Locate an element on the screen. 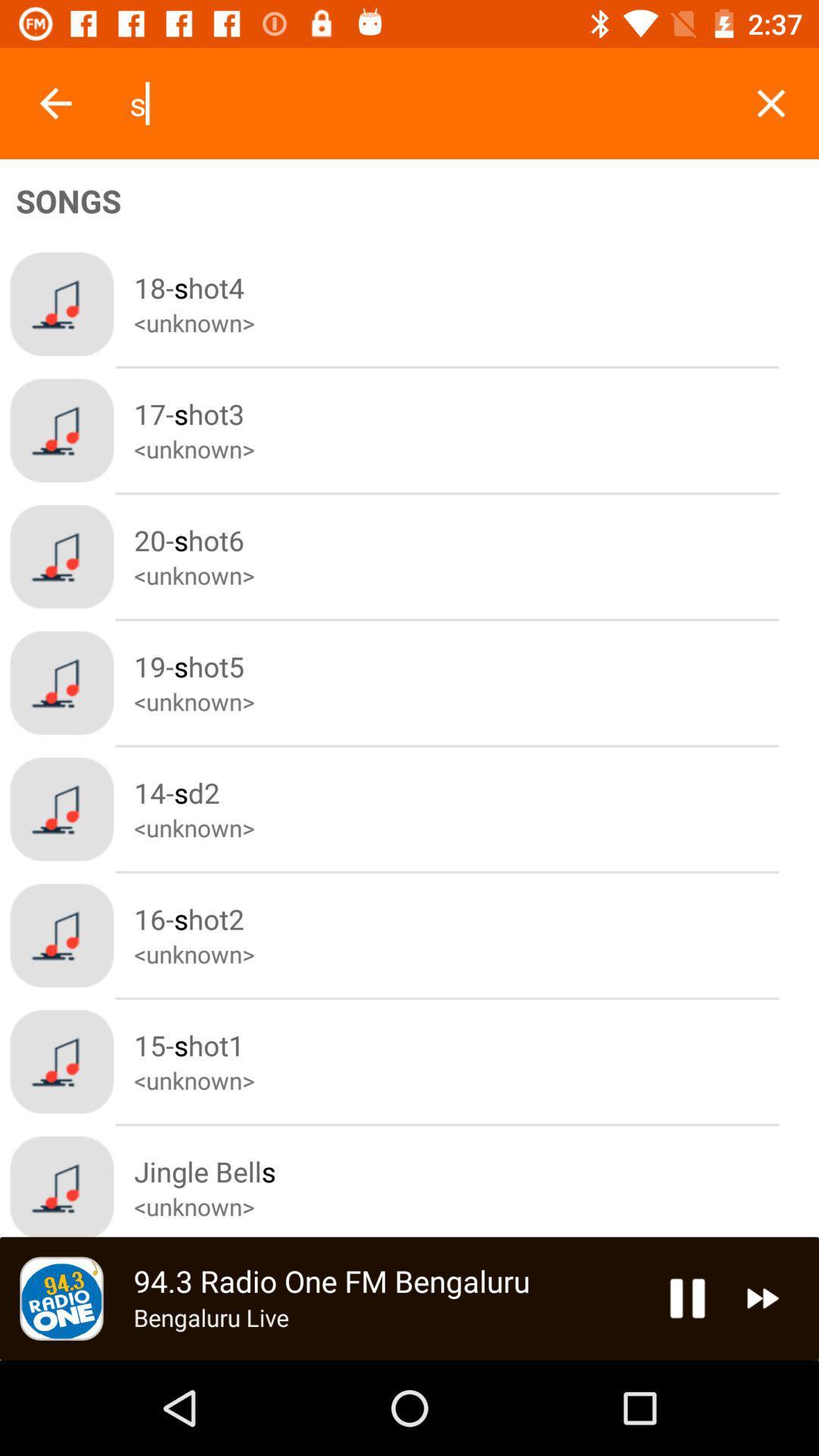  the s item is located at coordinates (425, 102).